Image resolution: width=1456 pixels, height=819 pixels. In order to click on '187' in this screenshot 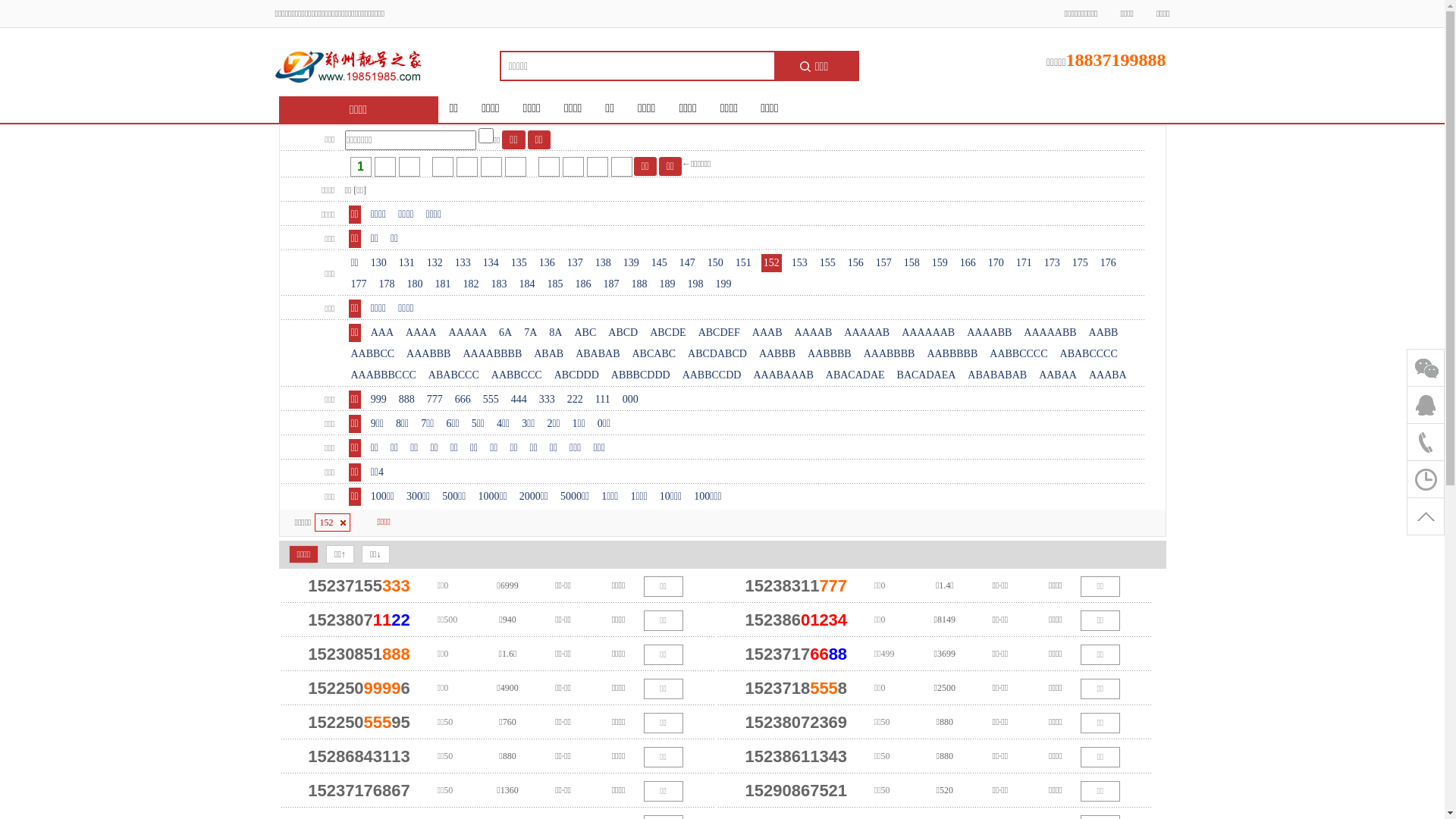, I will do `click(610, 284)`.